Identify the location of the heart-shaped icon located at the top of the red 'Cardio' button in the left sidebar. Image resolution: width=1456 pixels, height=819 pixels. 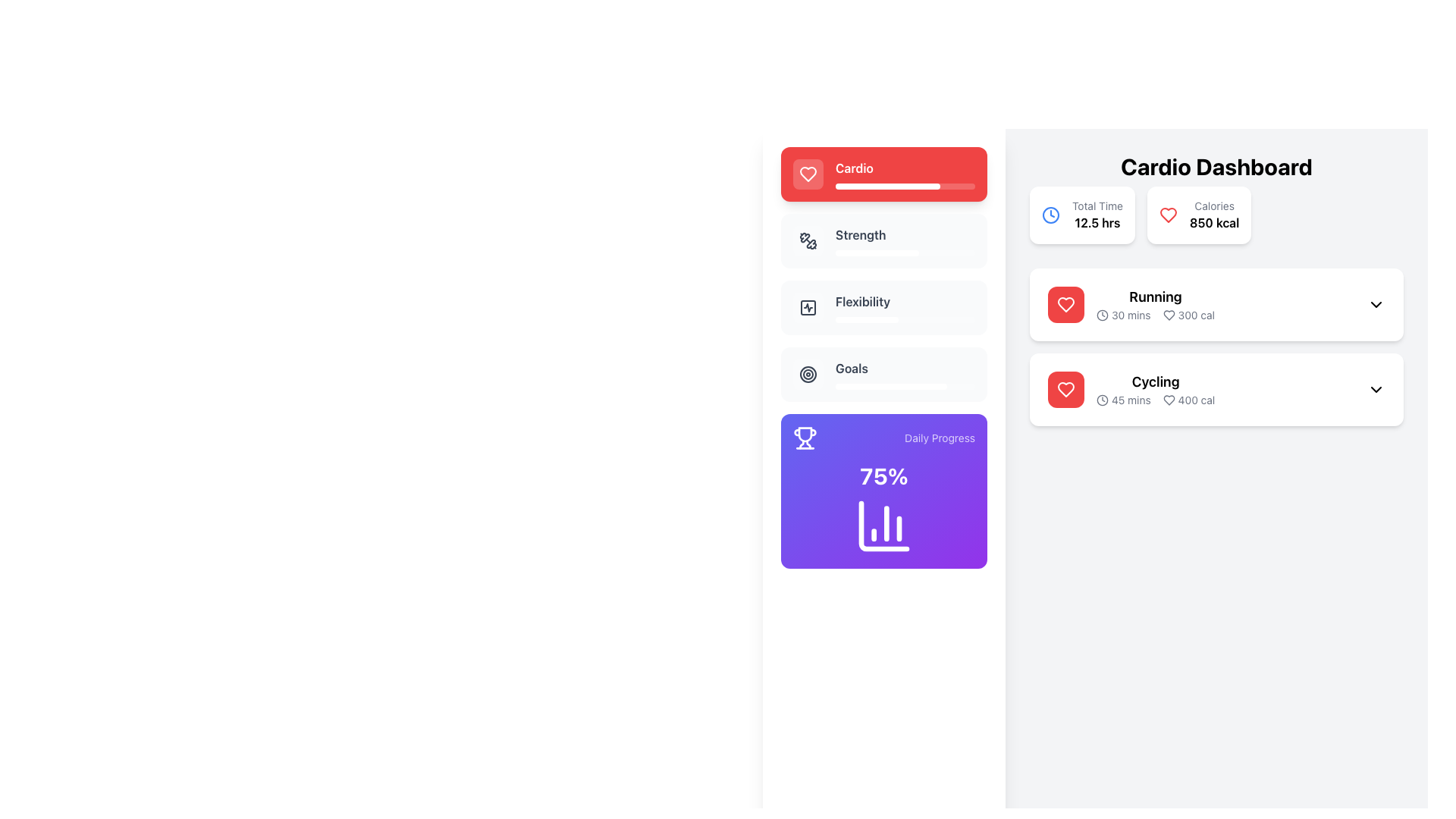
(1065, 388).